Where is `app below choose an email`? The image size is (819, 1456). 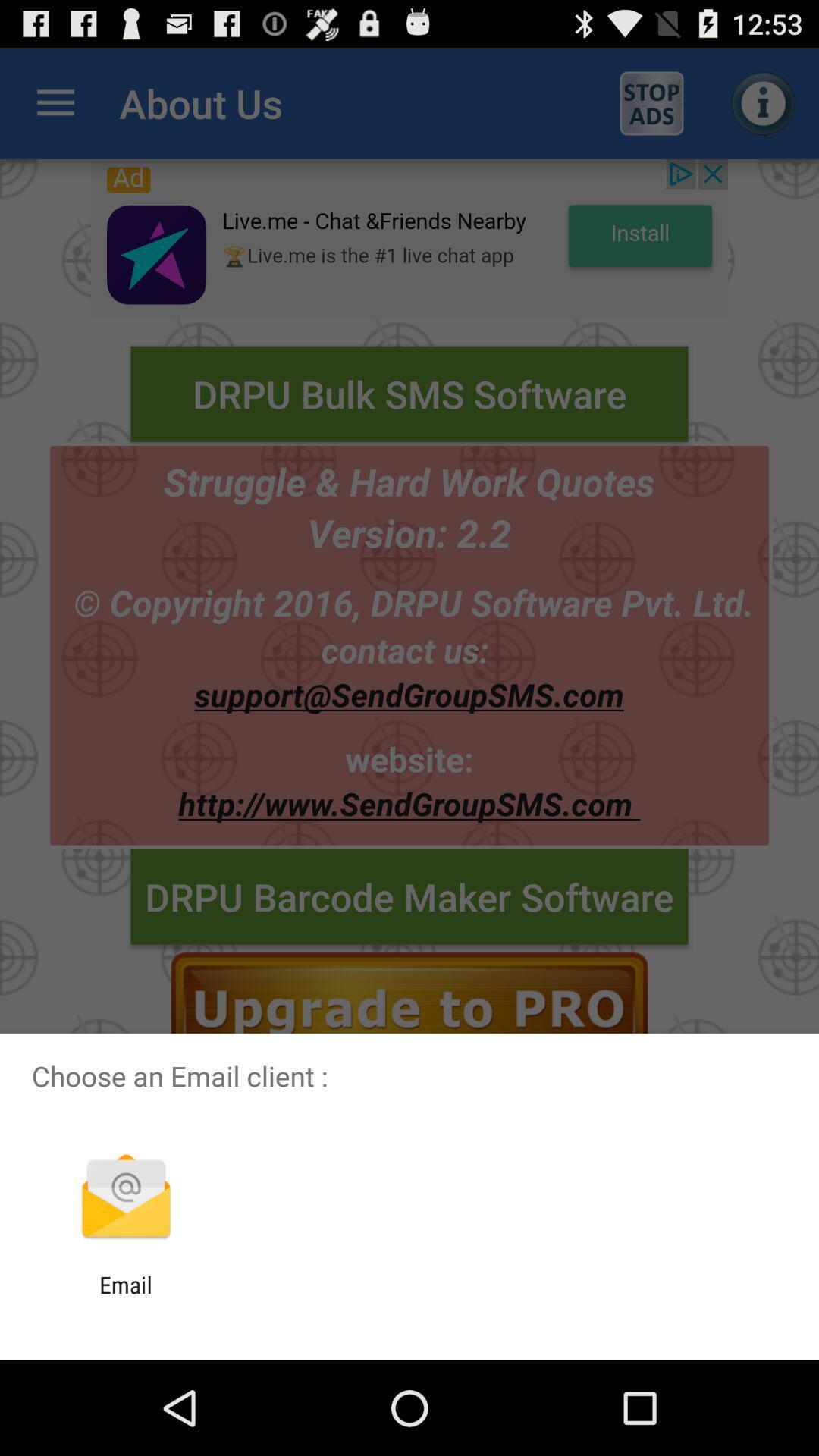 app below choose an email is located at coordinates (125, 1197).